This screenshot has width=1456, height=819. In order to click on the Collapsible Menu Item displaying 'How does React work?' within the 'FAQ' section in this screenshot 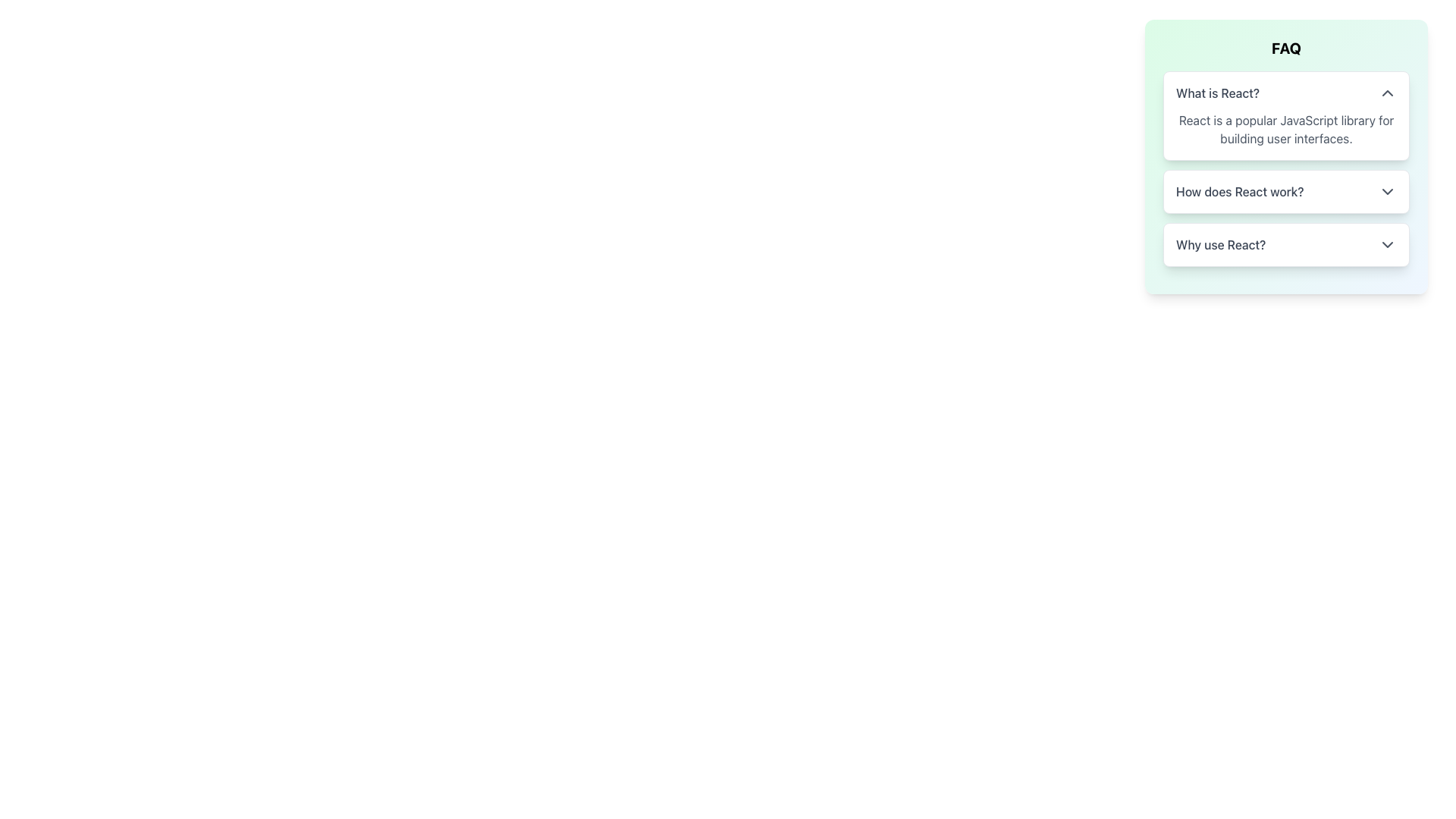, I will do `click(1285, 191)`.